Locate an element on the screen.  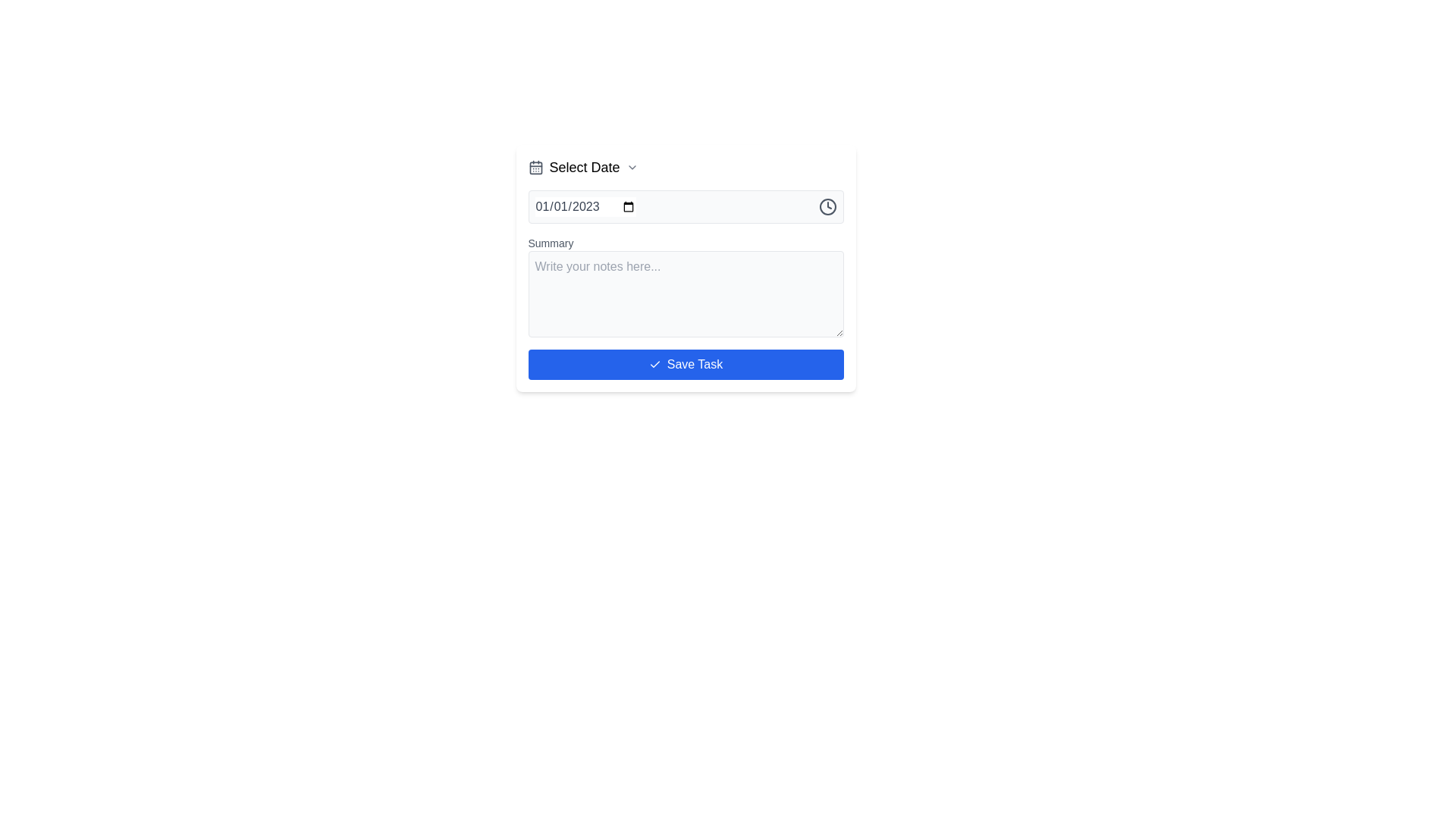
the gray clock icon located to the far right of the 'Summary' input field is located at coordinates (827, 207).